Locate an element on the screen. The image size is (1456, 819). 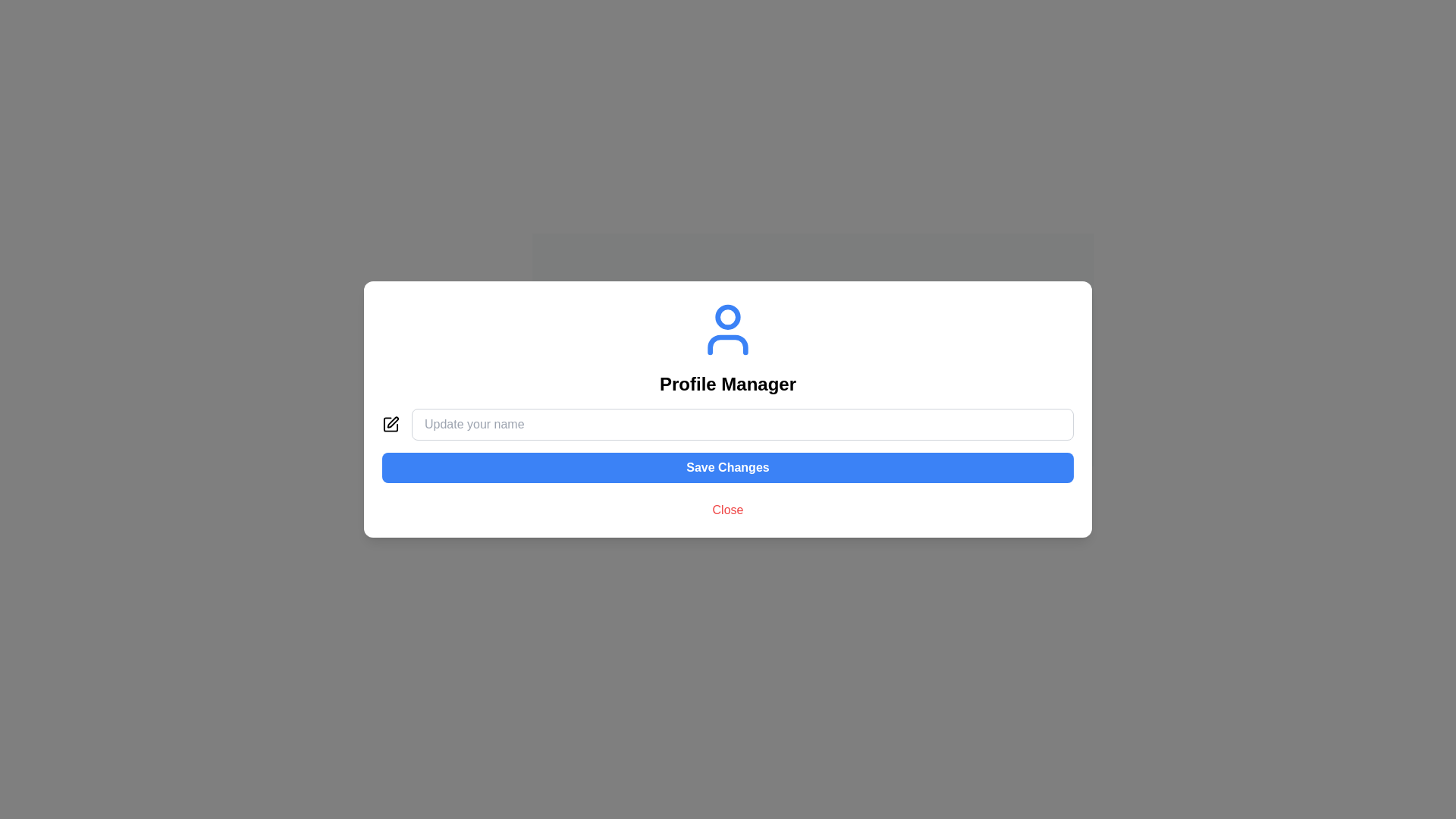
the 'Save Changes' button with a blue background and white text located in the lower part of the 'Profile Manager' modal is located at coordinates (728, 444).